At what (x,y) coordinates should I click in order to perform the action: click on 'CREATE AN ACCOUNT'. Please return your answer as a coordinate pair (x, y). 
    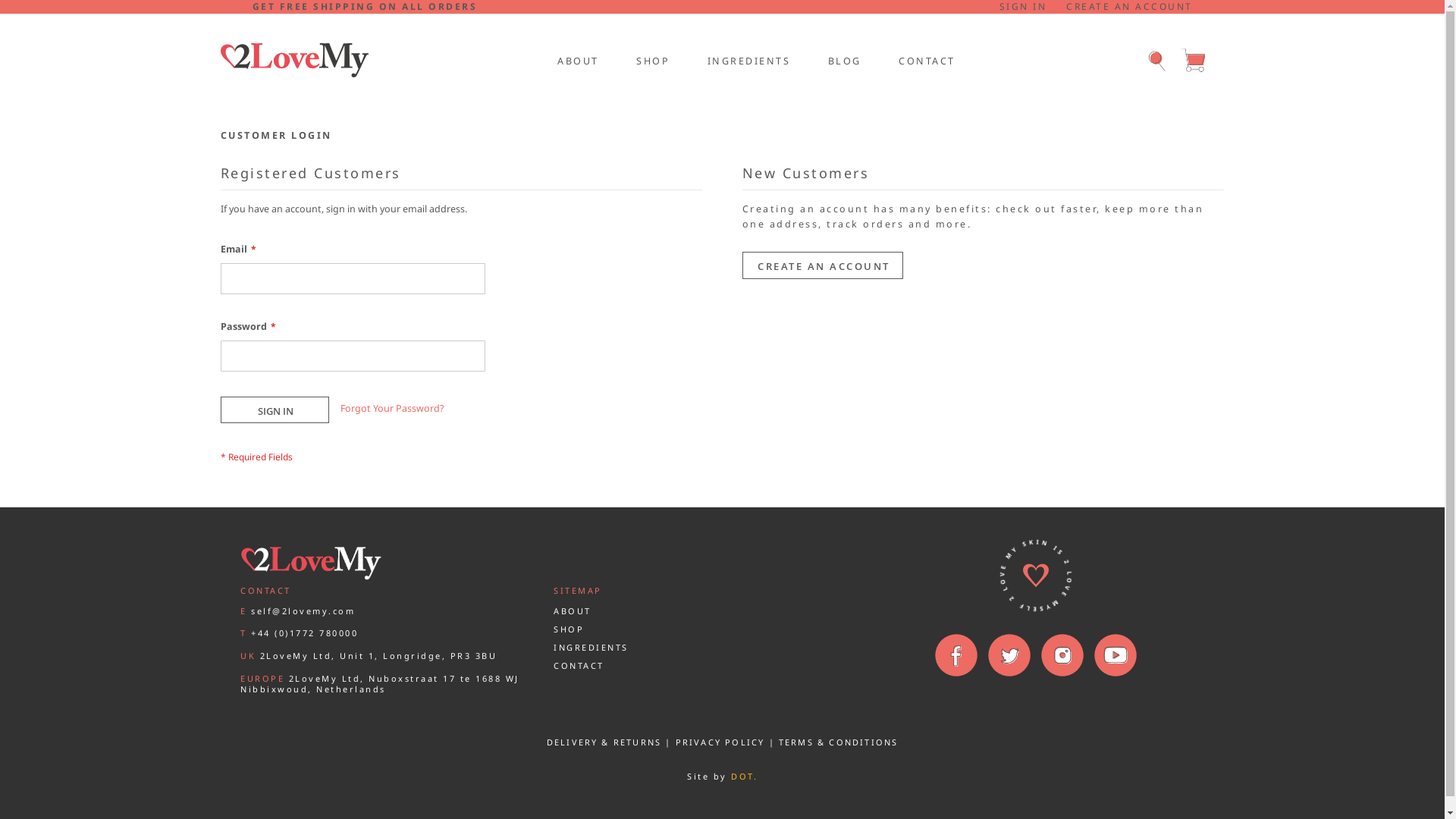
    Looking at the image, I should click on (1129, 6).